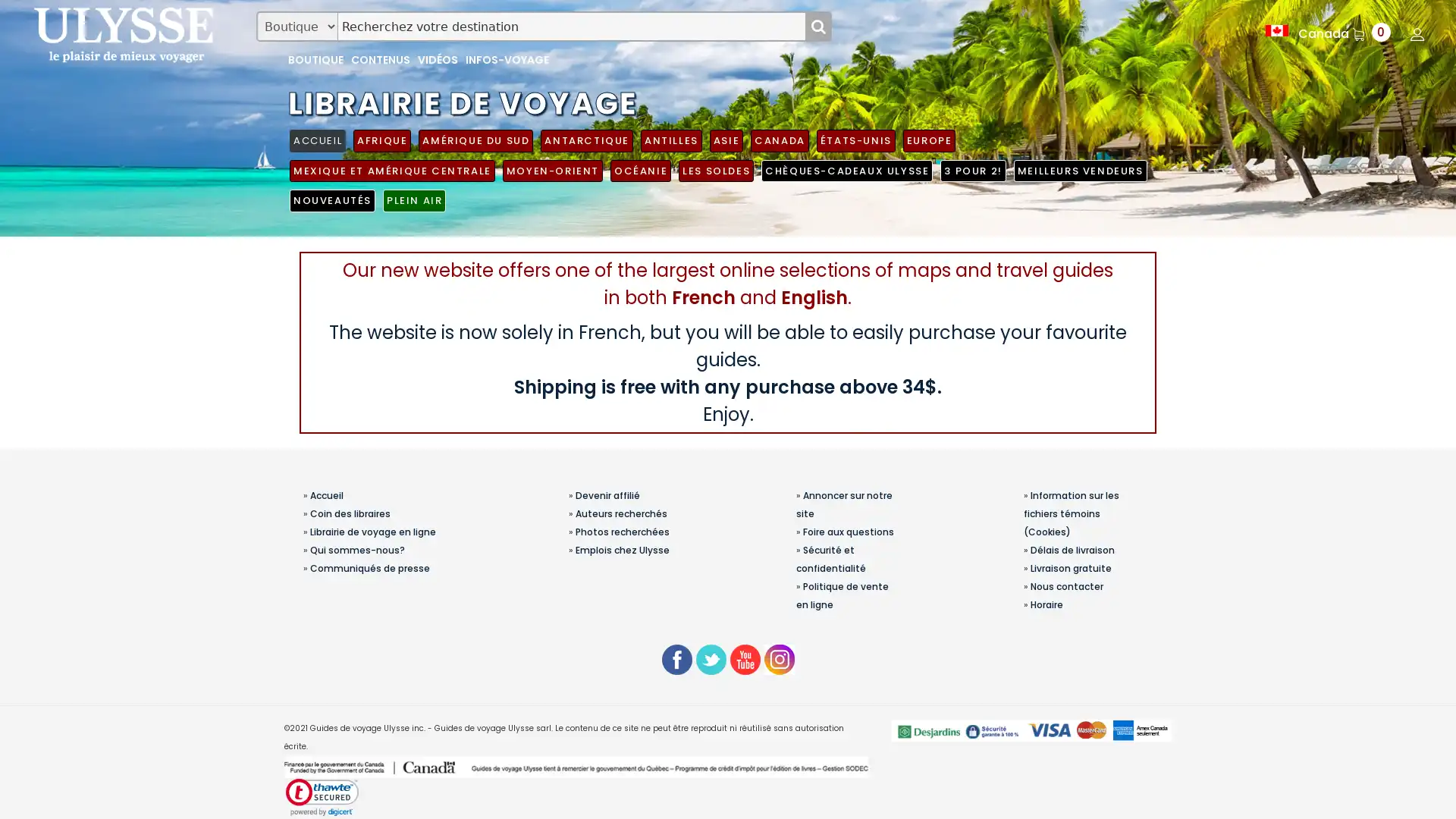 Image resolution: width=1456 pixels, height=819 pixels. Describe the element at coordinates (551, 170) in the screenshot. I see `MOYEN-ORIENT` at that location.